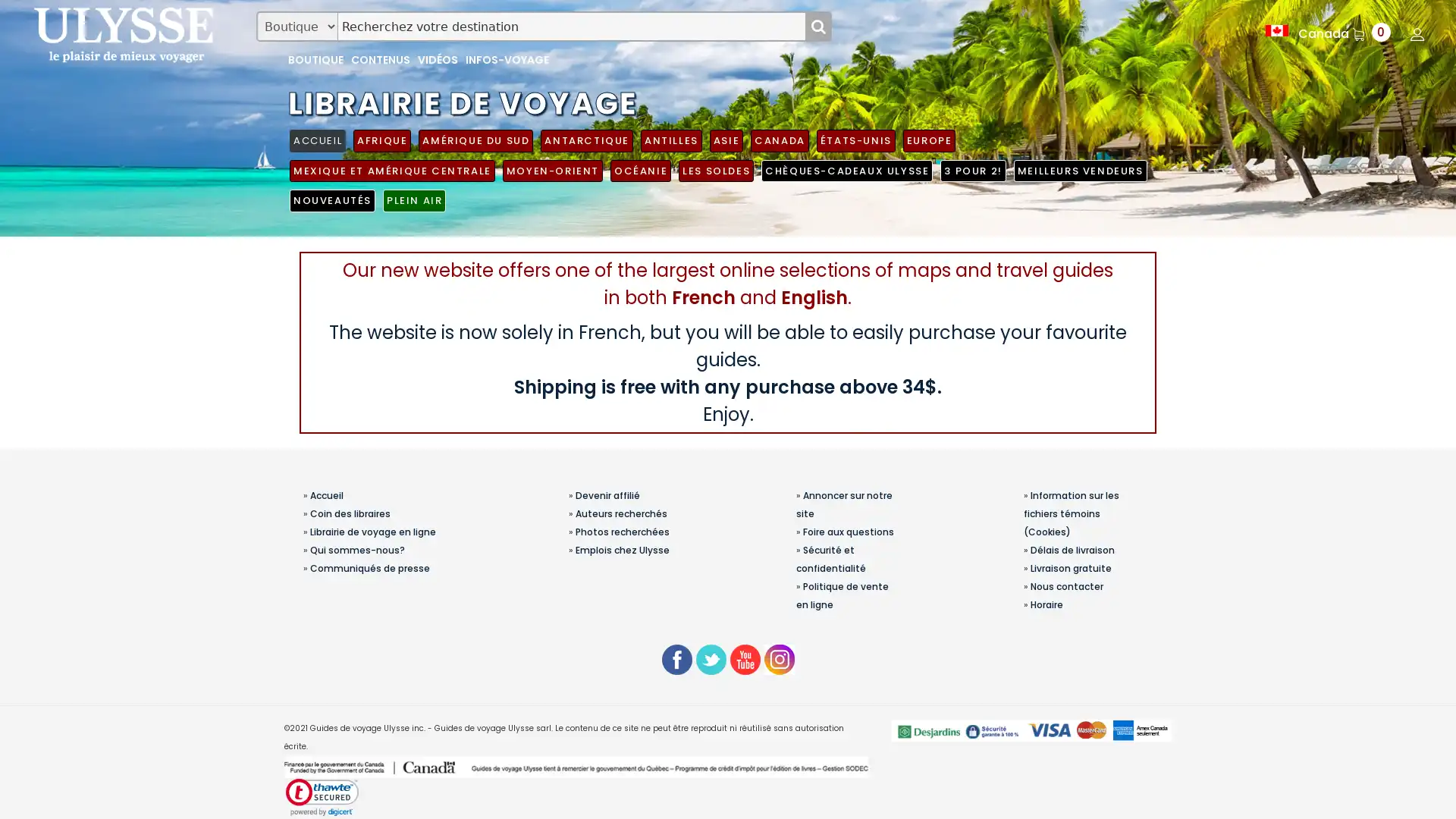 Image resolution: width=1456 pixels, height=819 pixels. Describe the element at coordinates (551, 170) in the screenshot. I see `MOYEN-ORIENT` at that location.